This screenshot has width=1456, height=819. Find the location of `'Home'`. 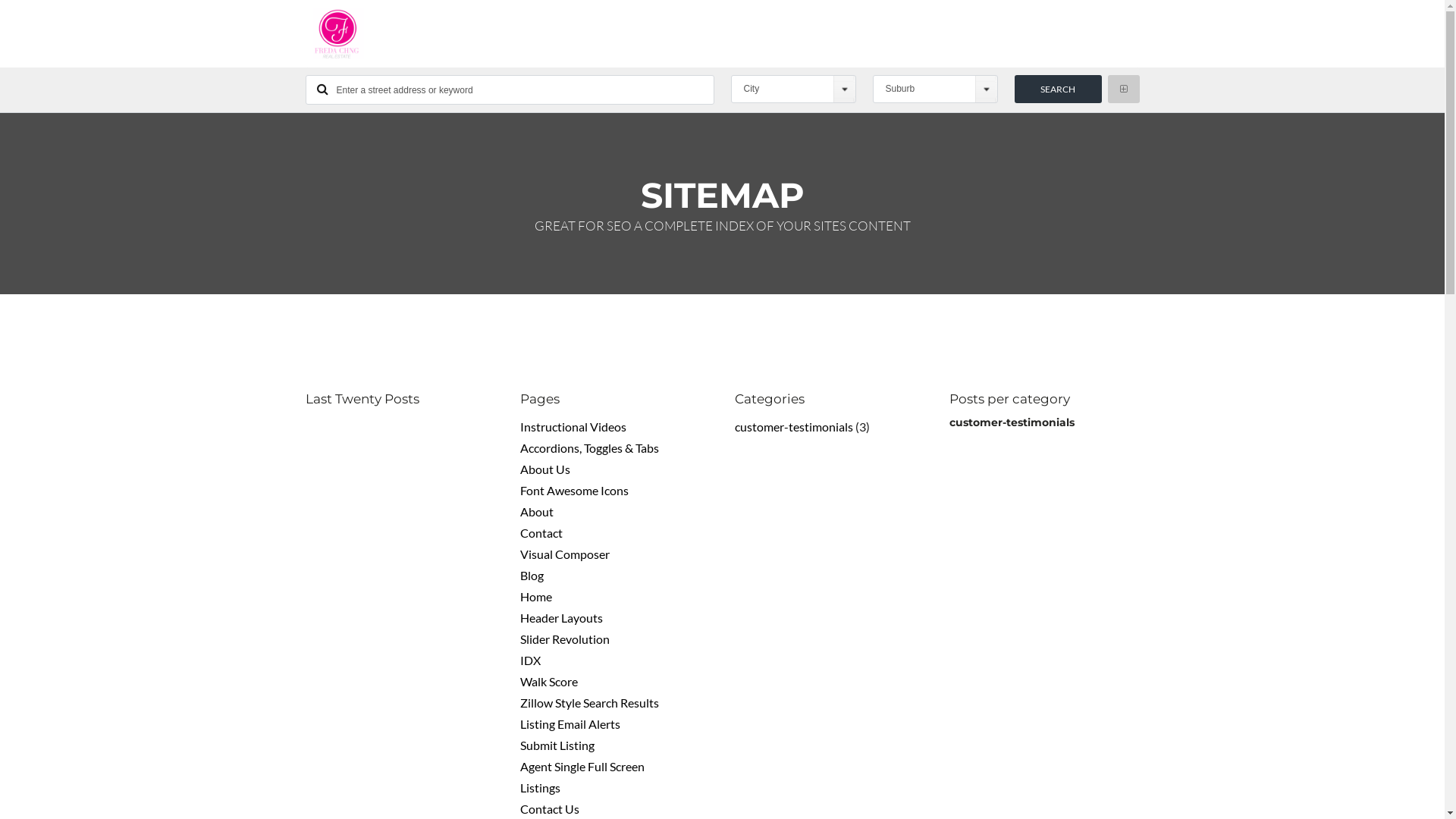

'Home' is located at coordinates (535, 595).